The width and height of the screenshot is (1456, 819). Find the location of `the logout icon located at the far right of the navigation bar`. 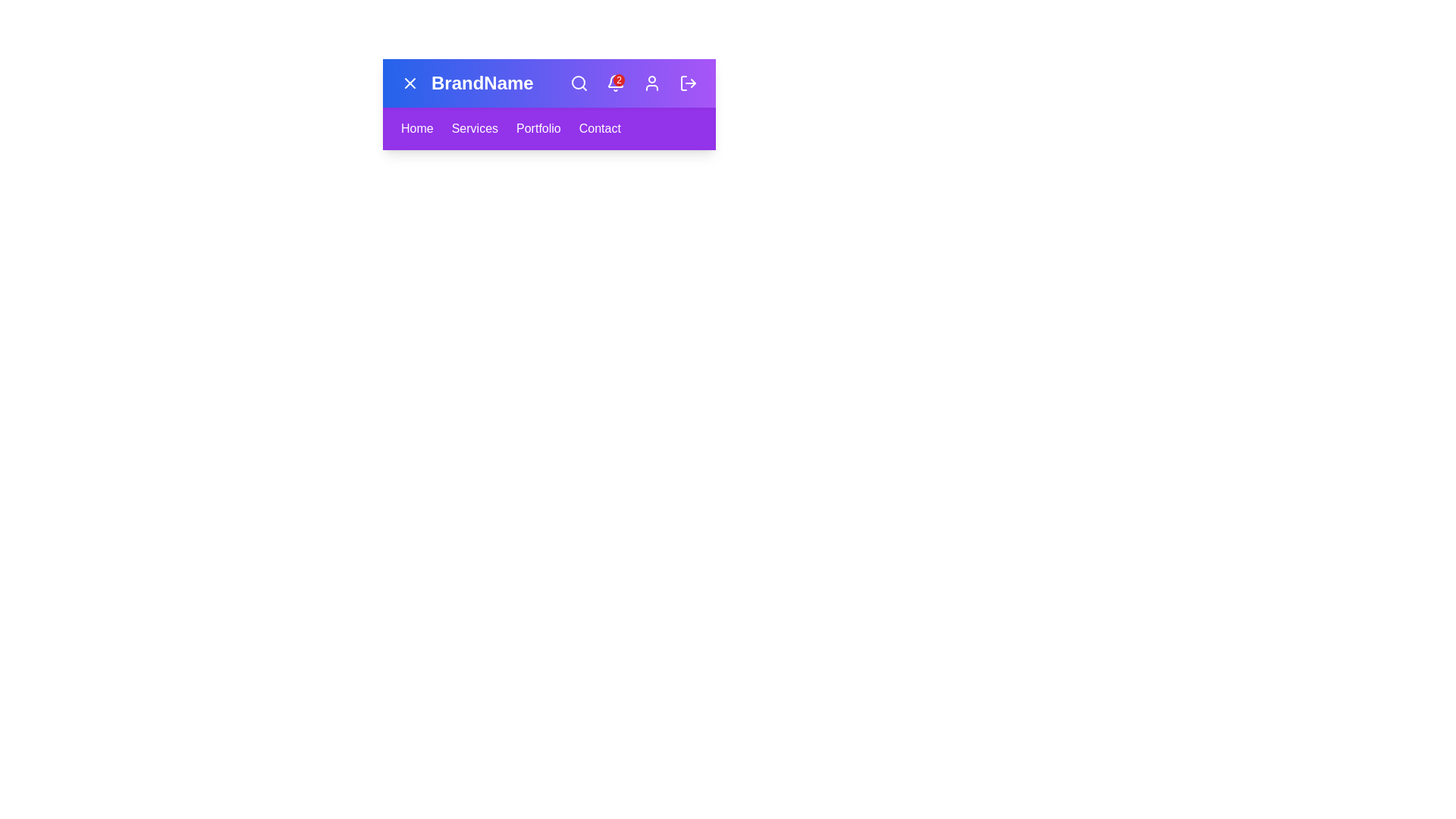

the logout icon located at the far right of the navigation bar is located at coordinates (687, 83).